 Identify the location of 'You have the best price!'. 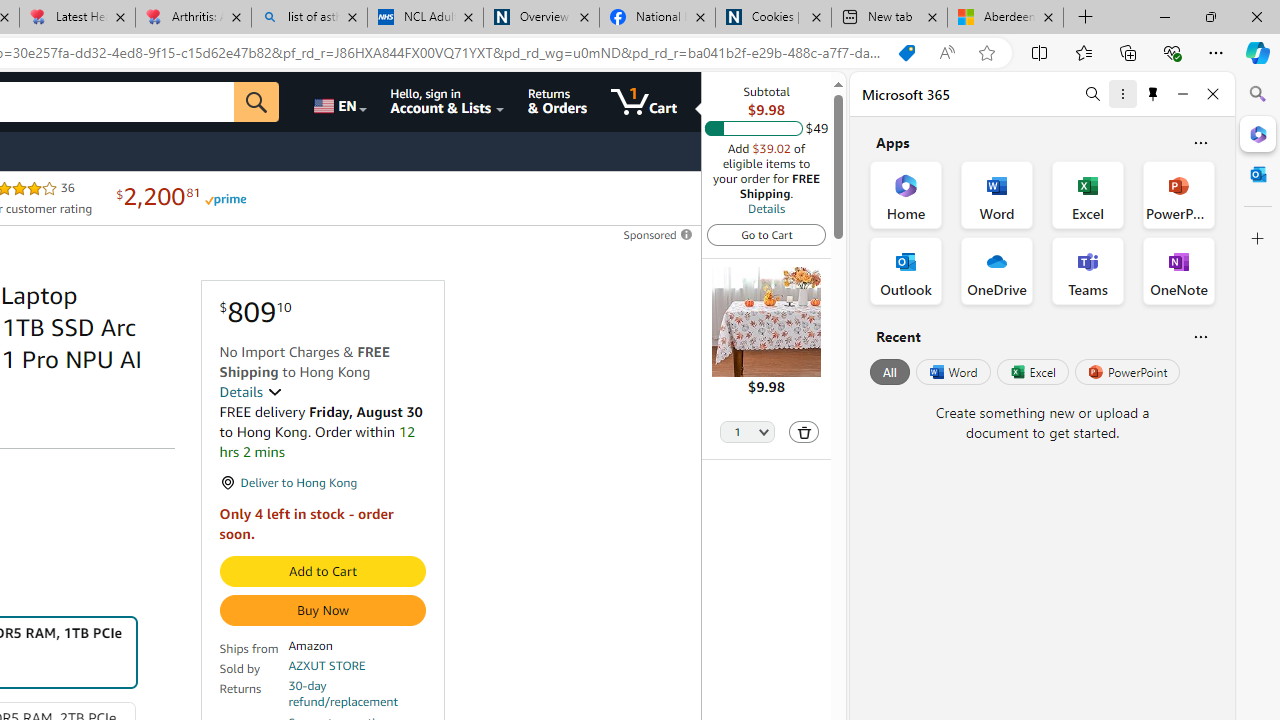
(905, 52).